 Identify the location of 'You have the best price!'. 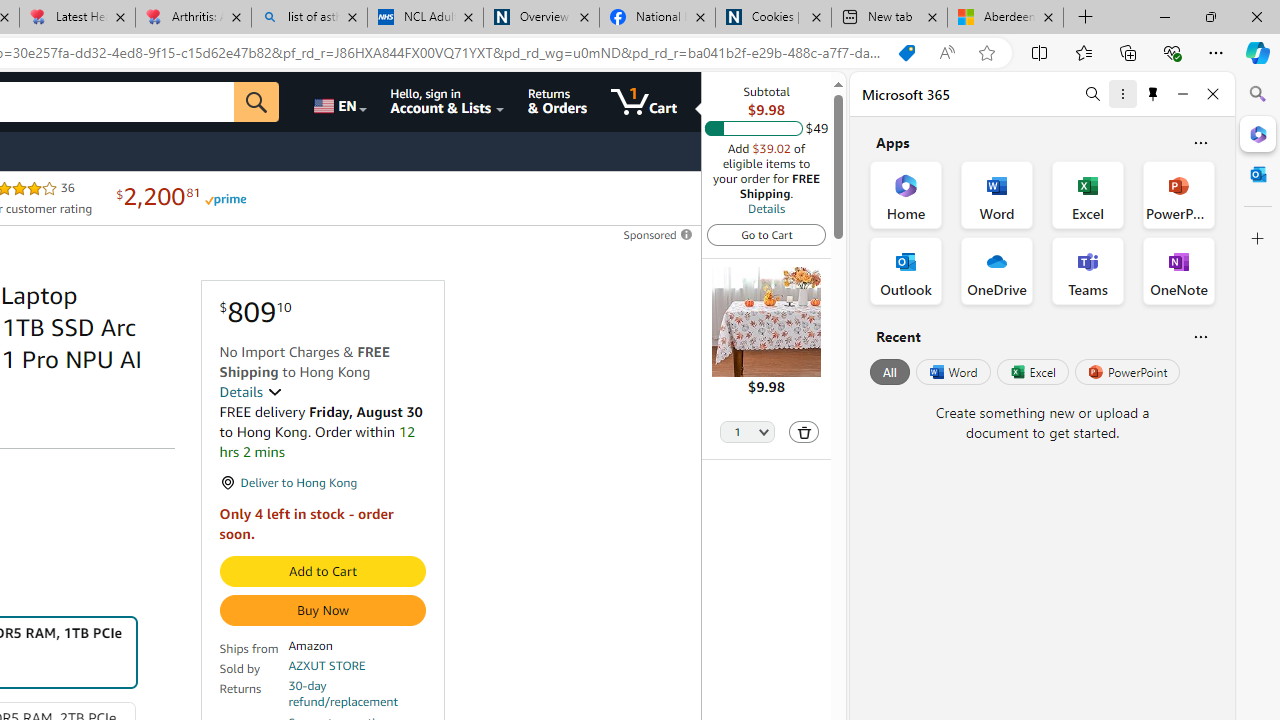
(905, 52).